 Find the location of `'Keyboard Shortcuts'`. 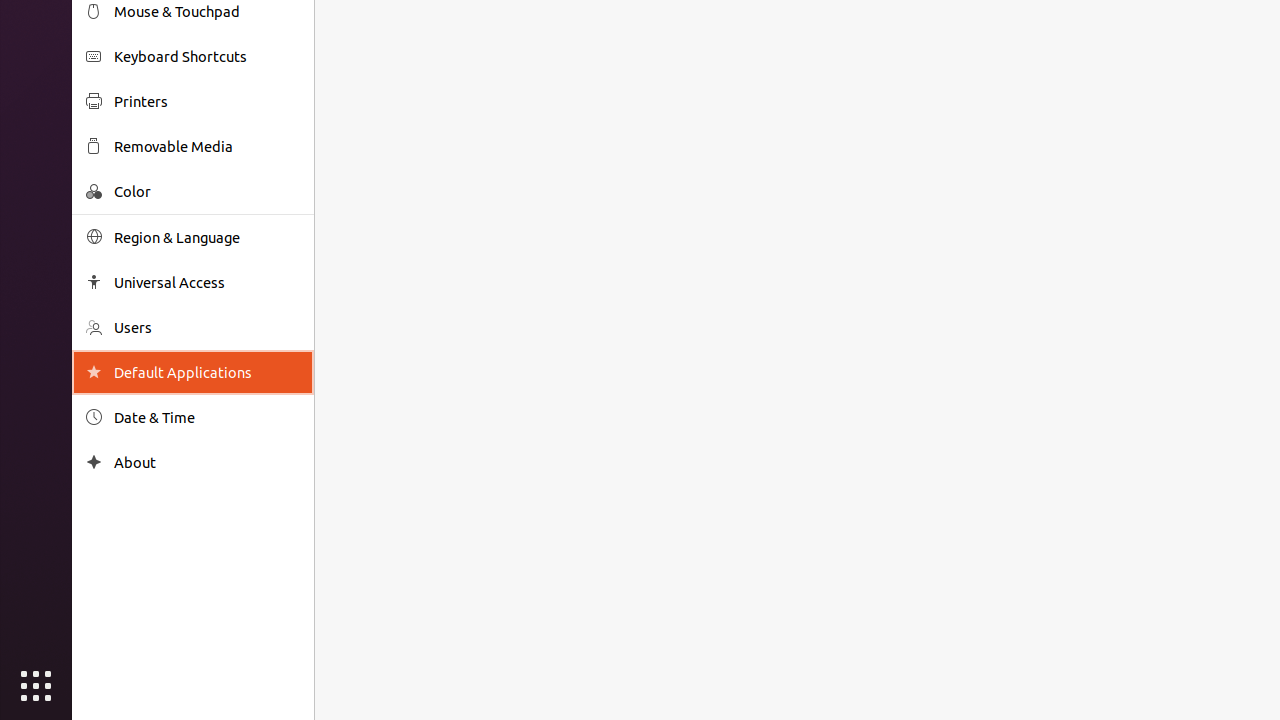

'Keyboard Shortcuts' is located at coordinates (206, 55).